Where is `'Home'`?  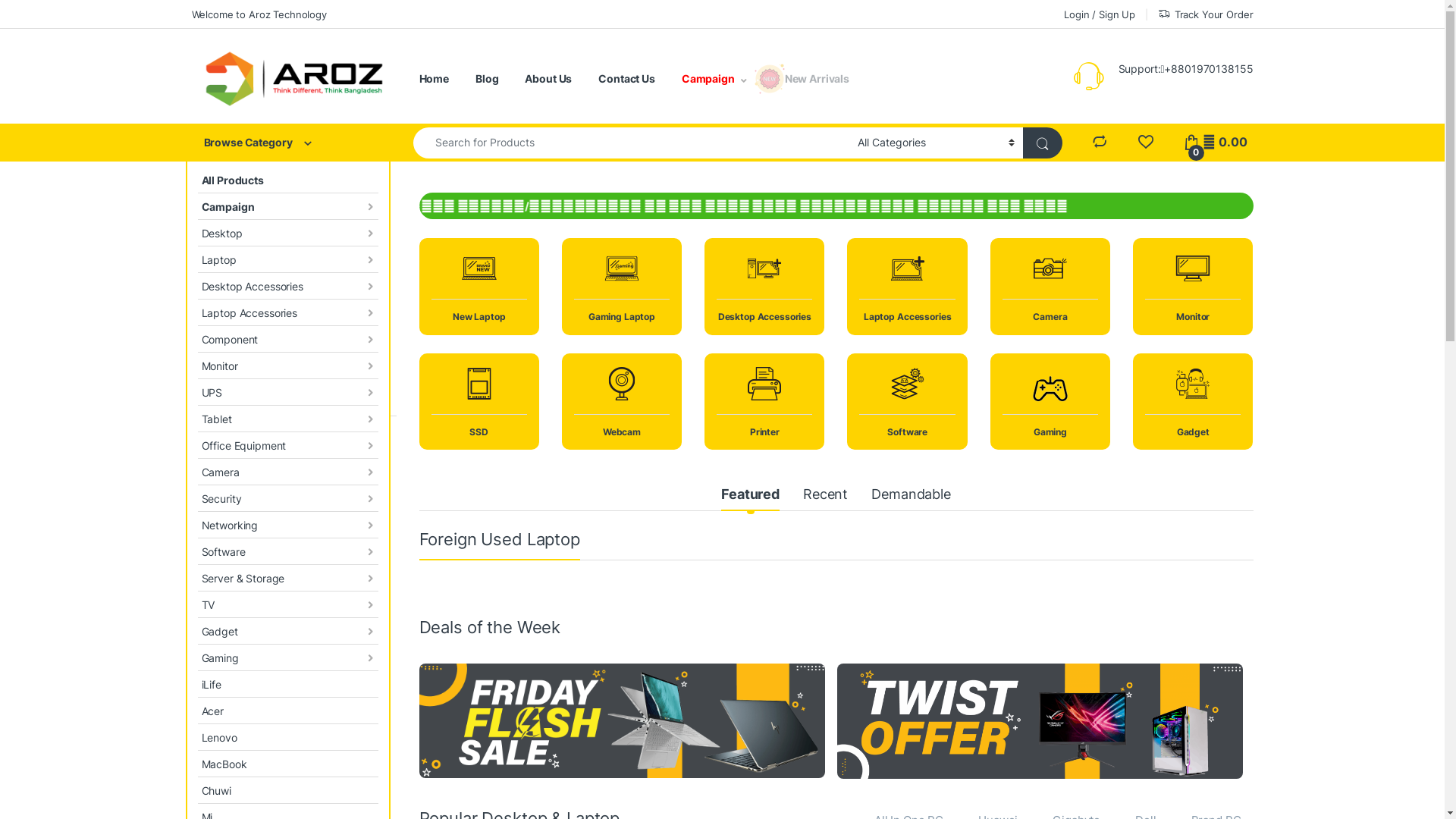
'Home' is located at coordinates (432, 79).